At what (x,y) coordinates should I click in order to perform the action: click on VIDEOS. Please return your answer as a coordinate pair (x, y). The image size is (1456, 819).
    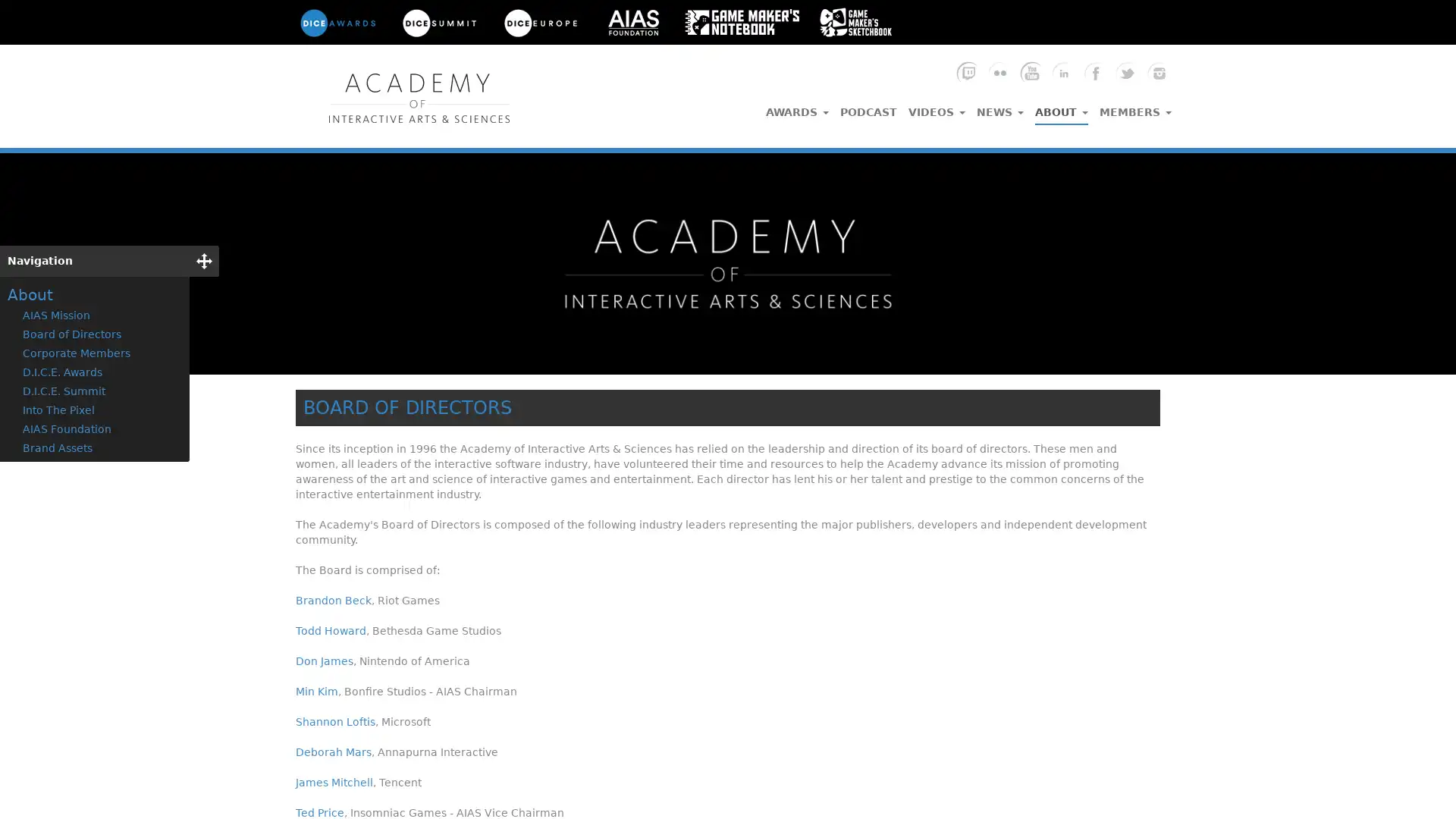
    Looking at the image, I should click on (936, 107).